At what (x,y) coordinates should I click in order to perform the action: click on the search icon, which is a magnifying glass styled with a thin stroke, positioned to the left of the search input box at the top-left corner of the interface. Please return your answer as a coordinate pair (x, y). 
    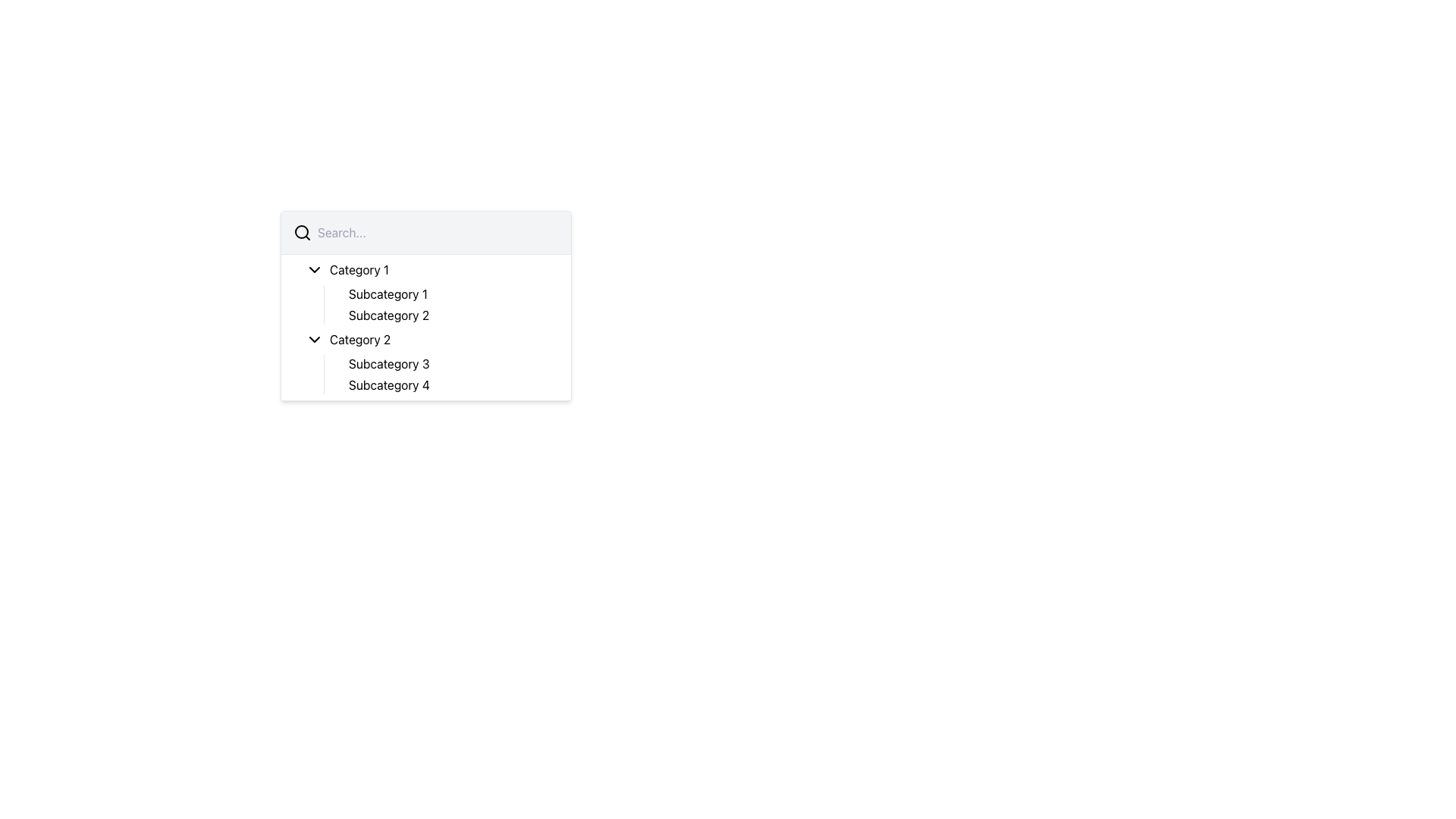
    Looking at the image, I should click on (302, 233).